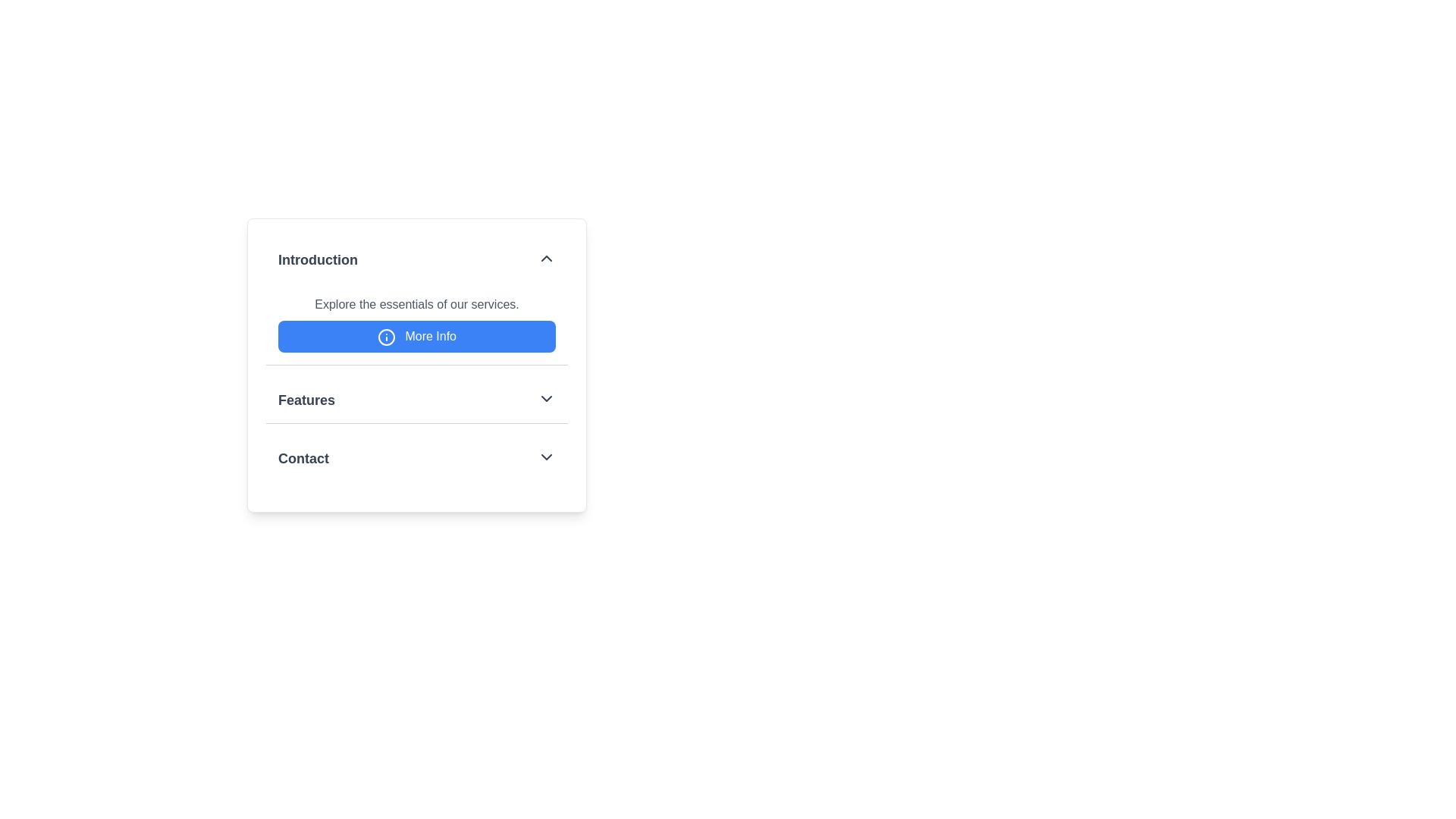 The image size is (1456, 819). I want to click on the visual indicator icon located, so click(386, 336).